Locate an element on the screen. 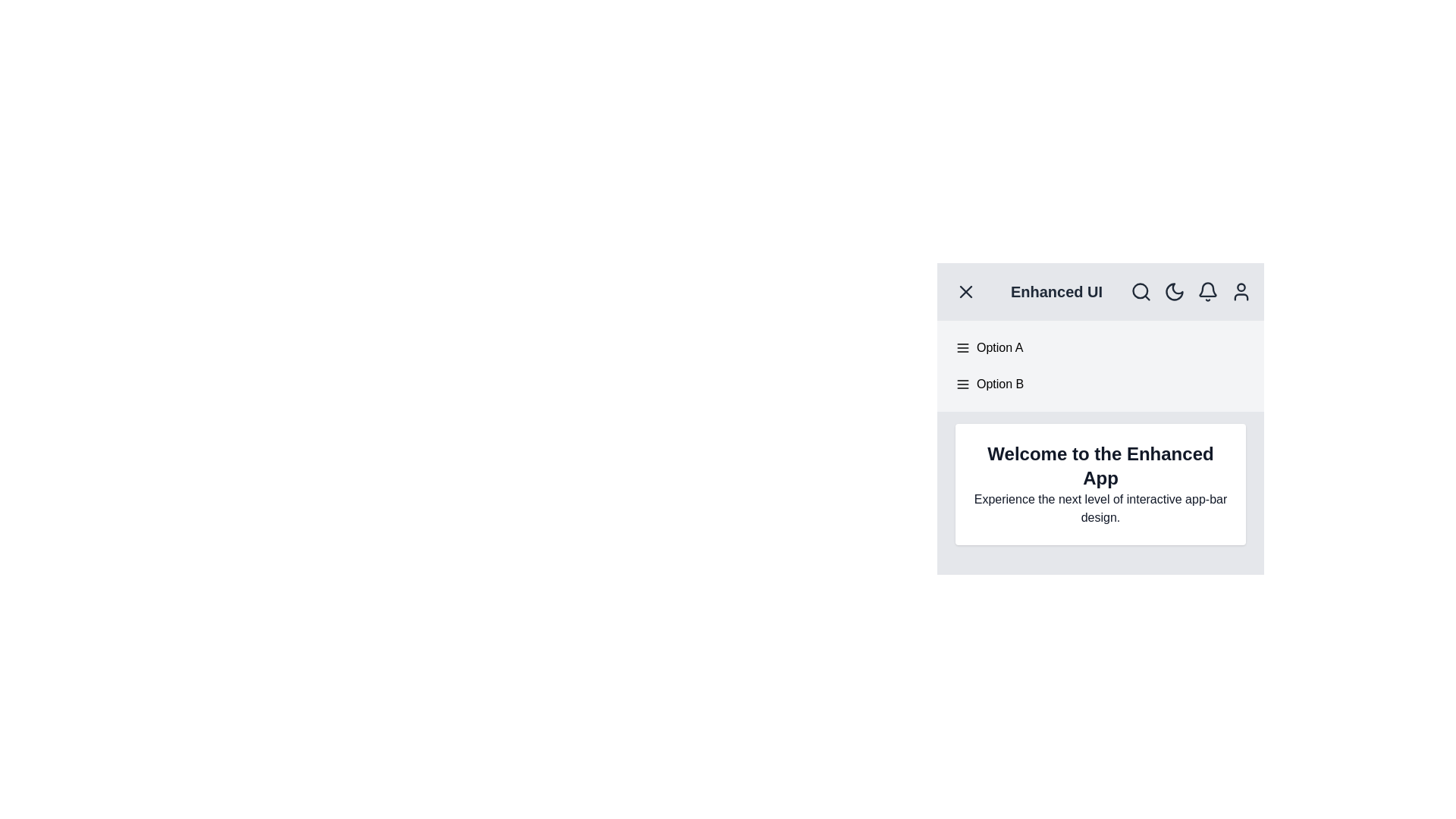  the search icon in the AppBarEnhancer component is located at coordinates (1141, 292).